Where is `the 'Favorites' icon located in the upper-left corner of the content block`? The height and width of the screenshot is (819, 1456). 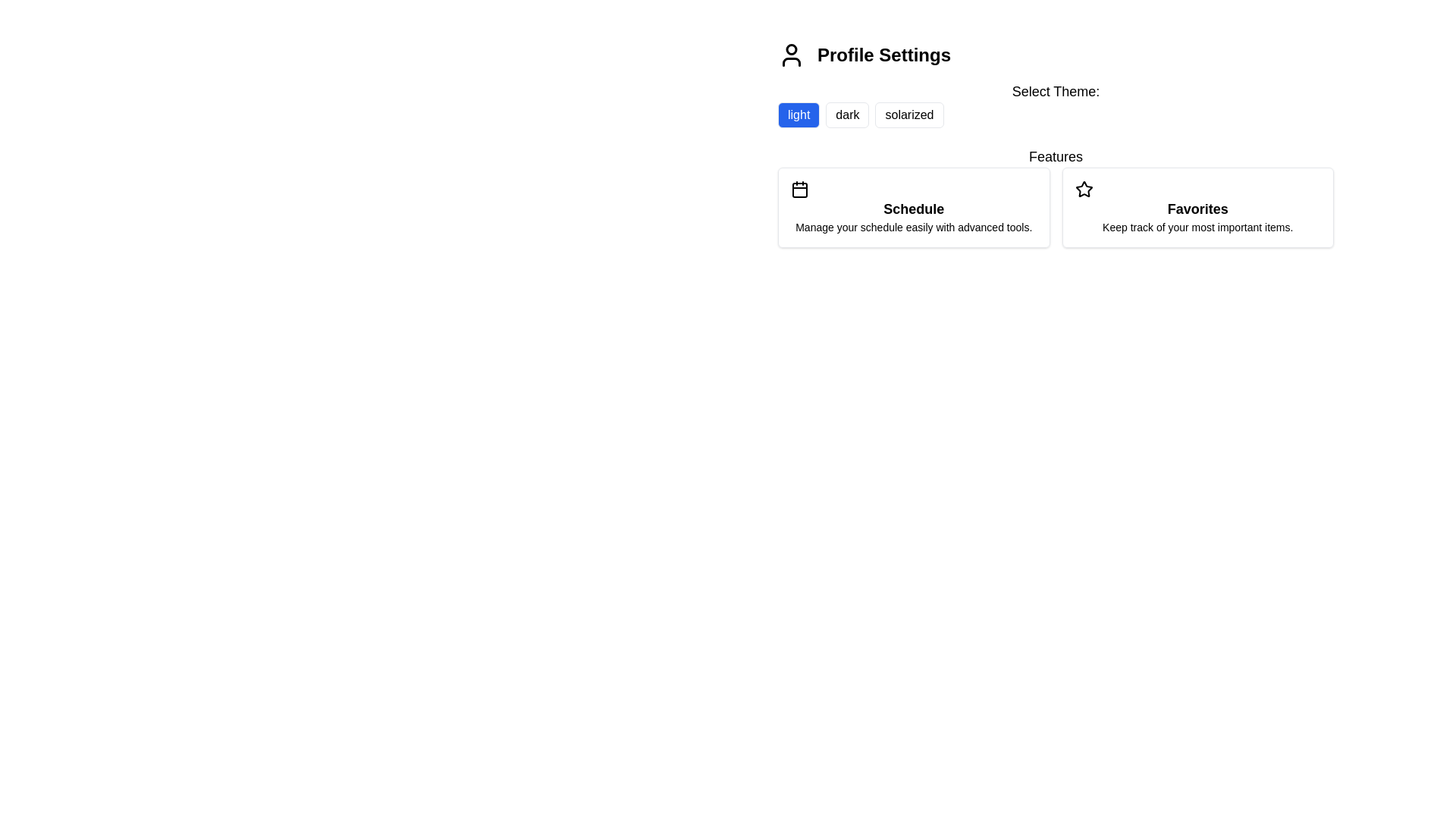 the 'Favorites' icon located in the upper-left corner of the content block is located at coordinates (1083, 189).